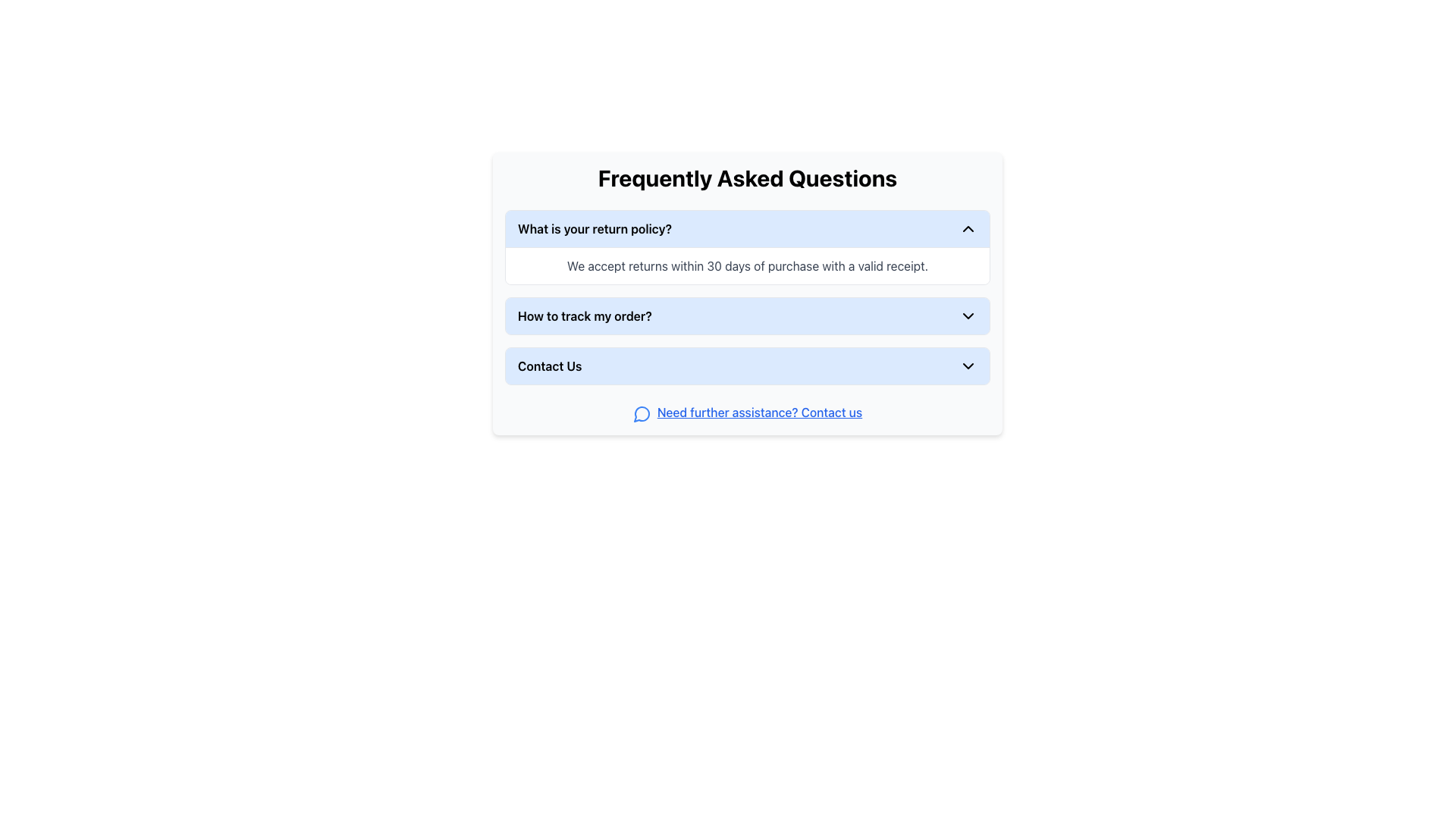 This screenshot has width=1456, height=819. I want to click on the informational Text Display regarding the store's return policy located in the second row of the collapsible Q&A card titled 'What is your return policy.', so click(747, 265).